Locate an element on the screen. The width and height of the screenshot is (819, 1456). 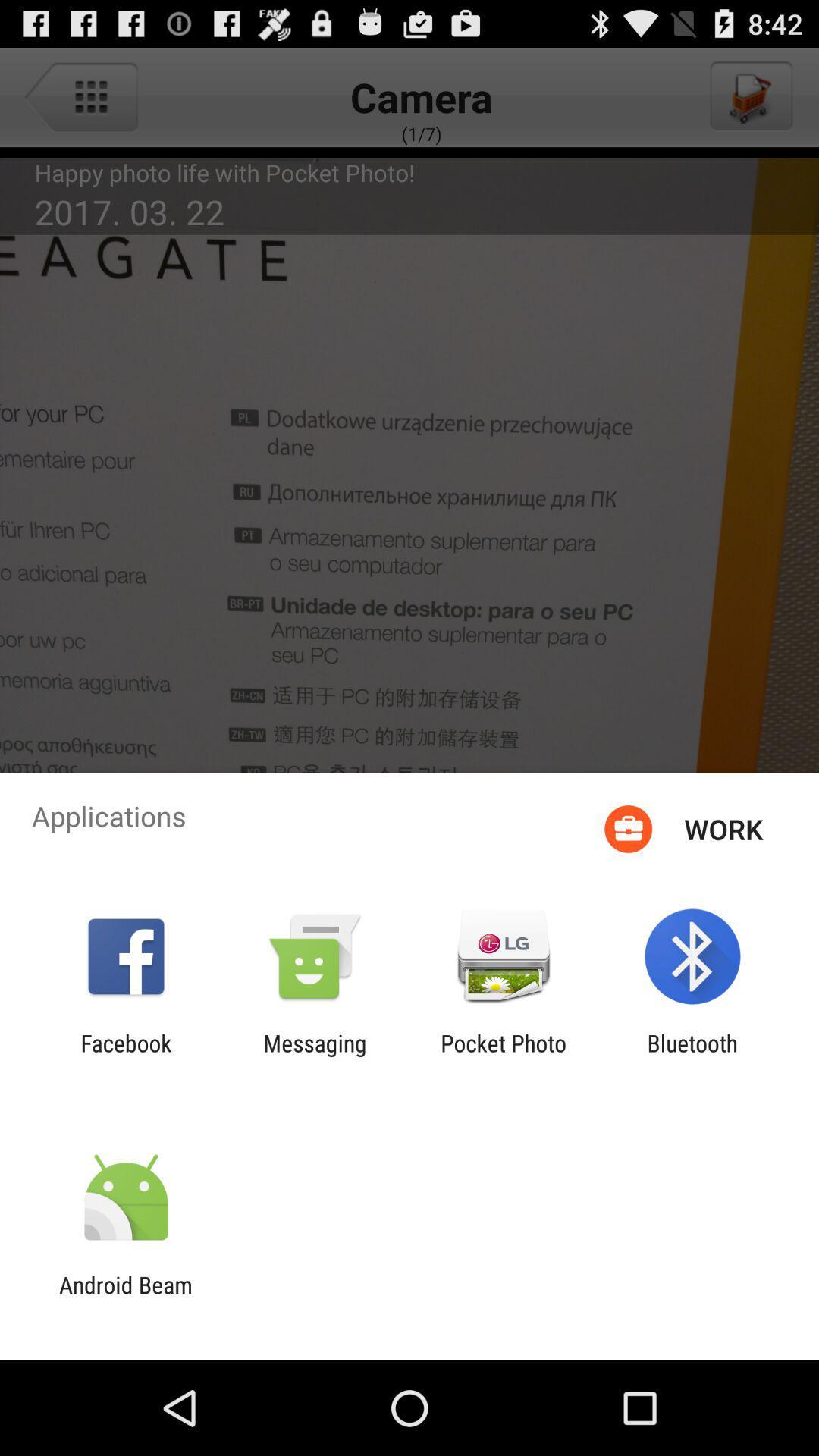
the android beam app is located at coordinates (125, 1298).